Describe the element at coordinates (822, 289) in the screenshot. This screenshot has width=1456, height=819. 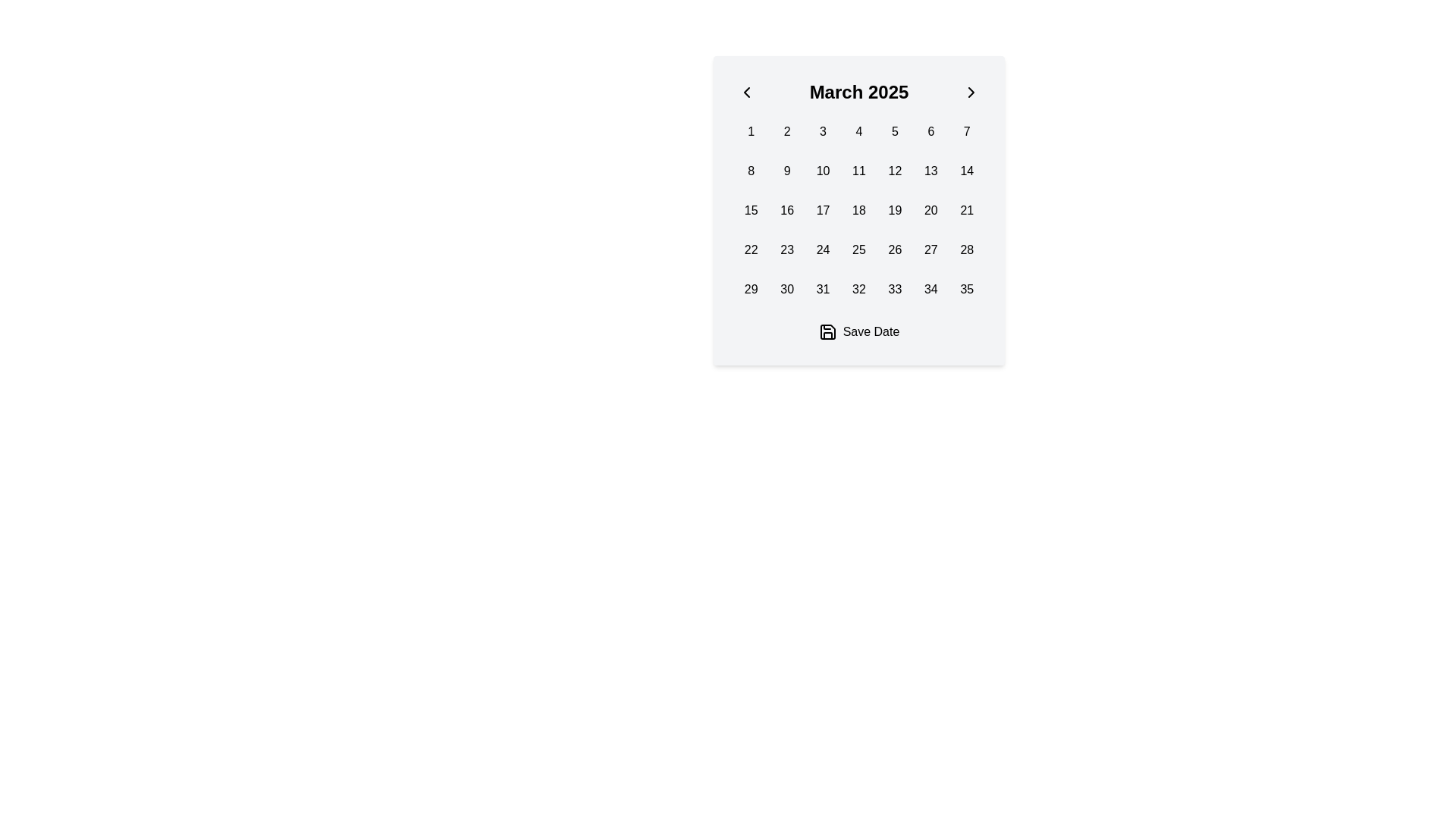
I see `the button-like grid item representing the number '31' in the calendar` at that location.